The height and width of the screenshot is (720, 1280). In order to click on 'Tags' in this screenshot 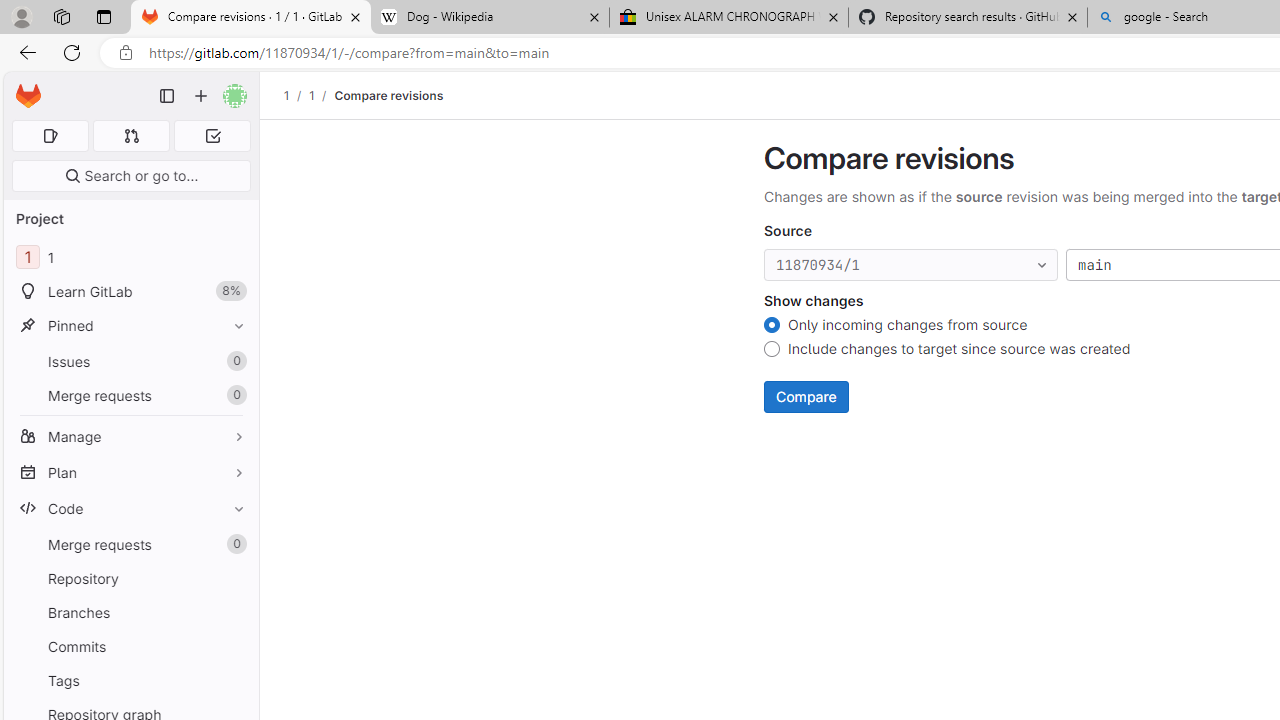, I will do `click(130, 679)`.